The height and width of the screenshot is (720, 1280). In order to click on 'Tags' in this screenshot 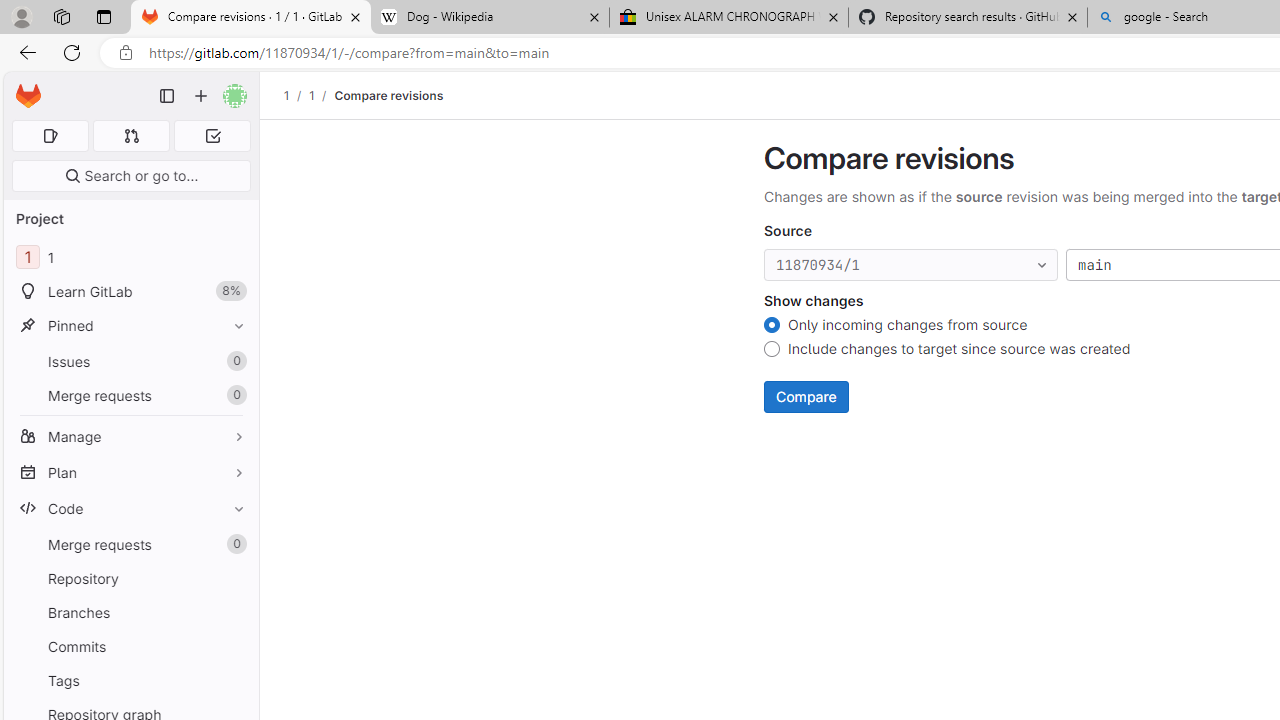, I will do `click(130, 679)`.